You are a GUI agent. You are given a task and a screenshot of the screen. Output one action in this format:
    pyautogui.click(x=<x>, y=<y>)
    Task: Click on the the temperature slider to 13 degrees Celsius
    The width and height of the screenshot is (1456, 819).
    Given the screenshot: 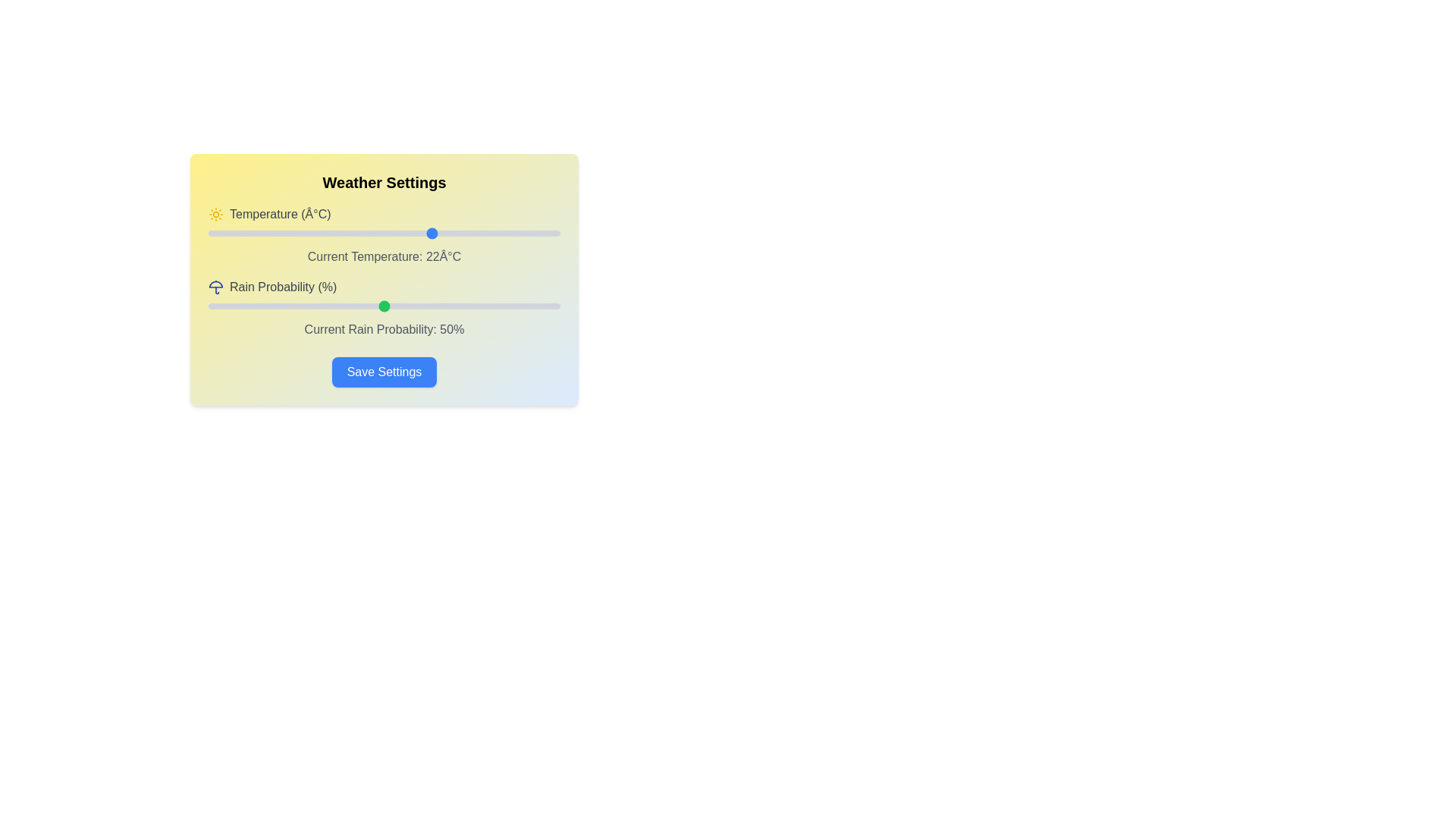 What is the action you would take?
    pyautogui.click(x=370, y=234)
    